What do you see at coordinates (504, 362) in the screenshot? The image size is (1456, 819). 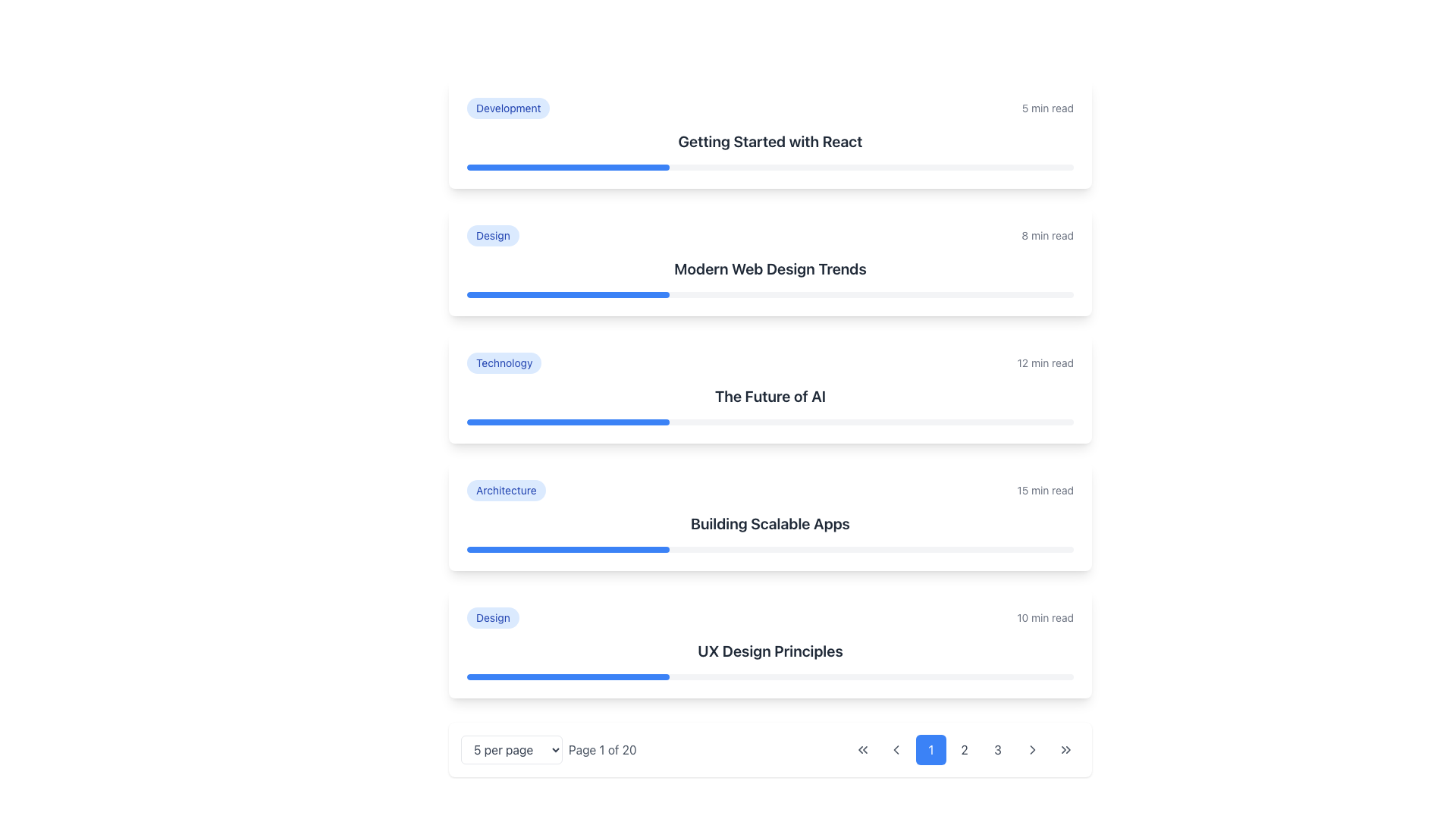 I see `the Tag/Label located in the third row, aligned to the left, above the title 'The Future of AI', for reference` at bounding box center [504, 362].